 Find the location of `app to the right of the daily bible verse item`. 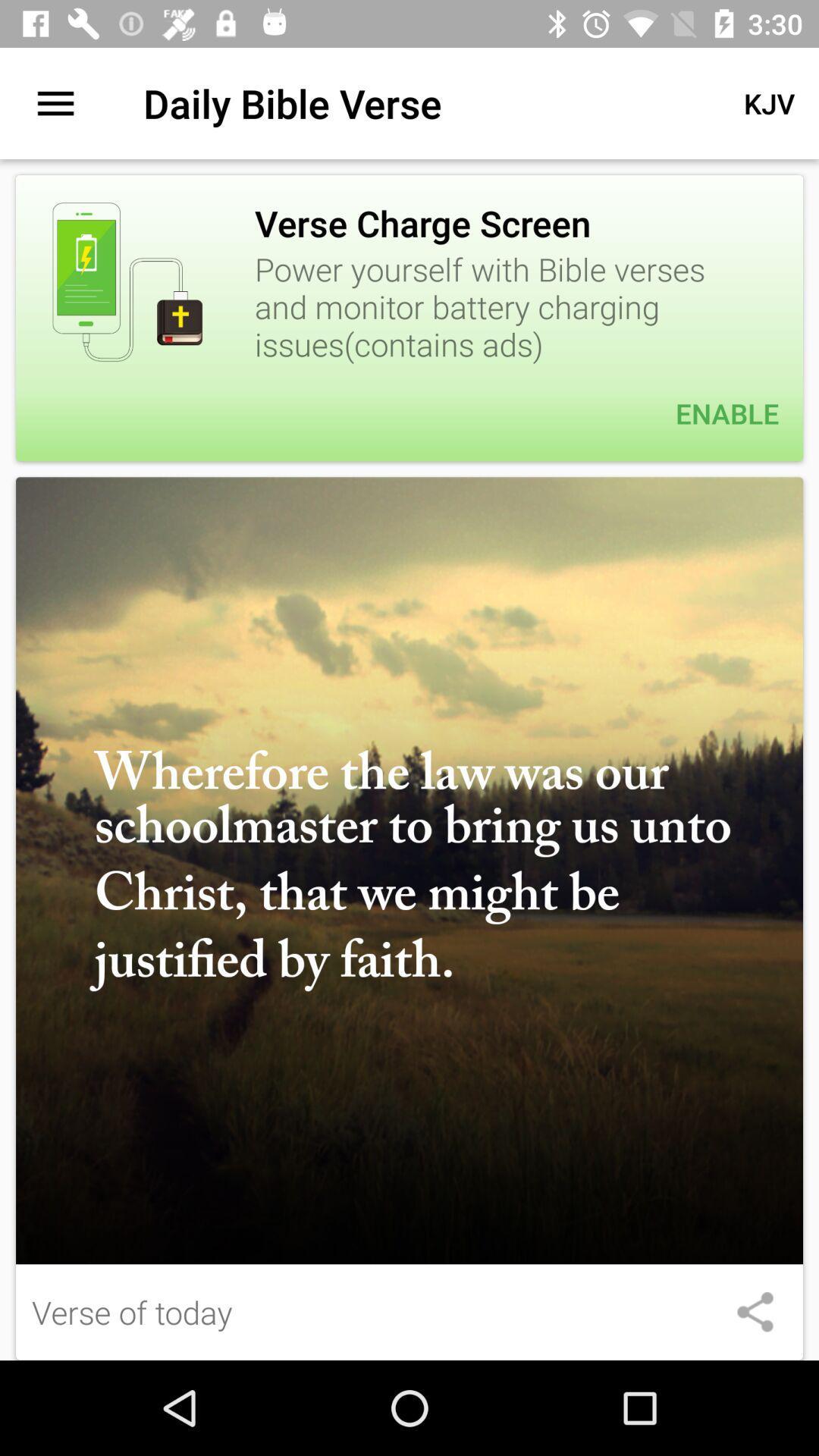

app to the right of the daily bible verse item is located at coordinates (769, 102).